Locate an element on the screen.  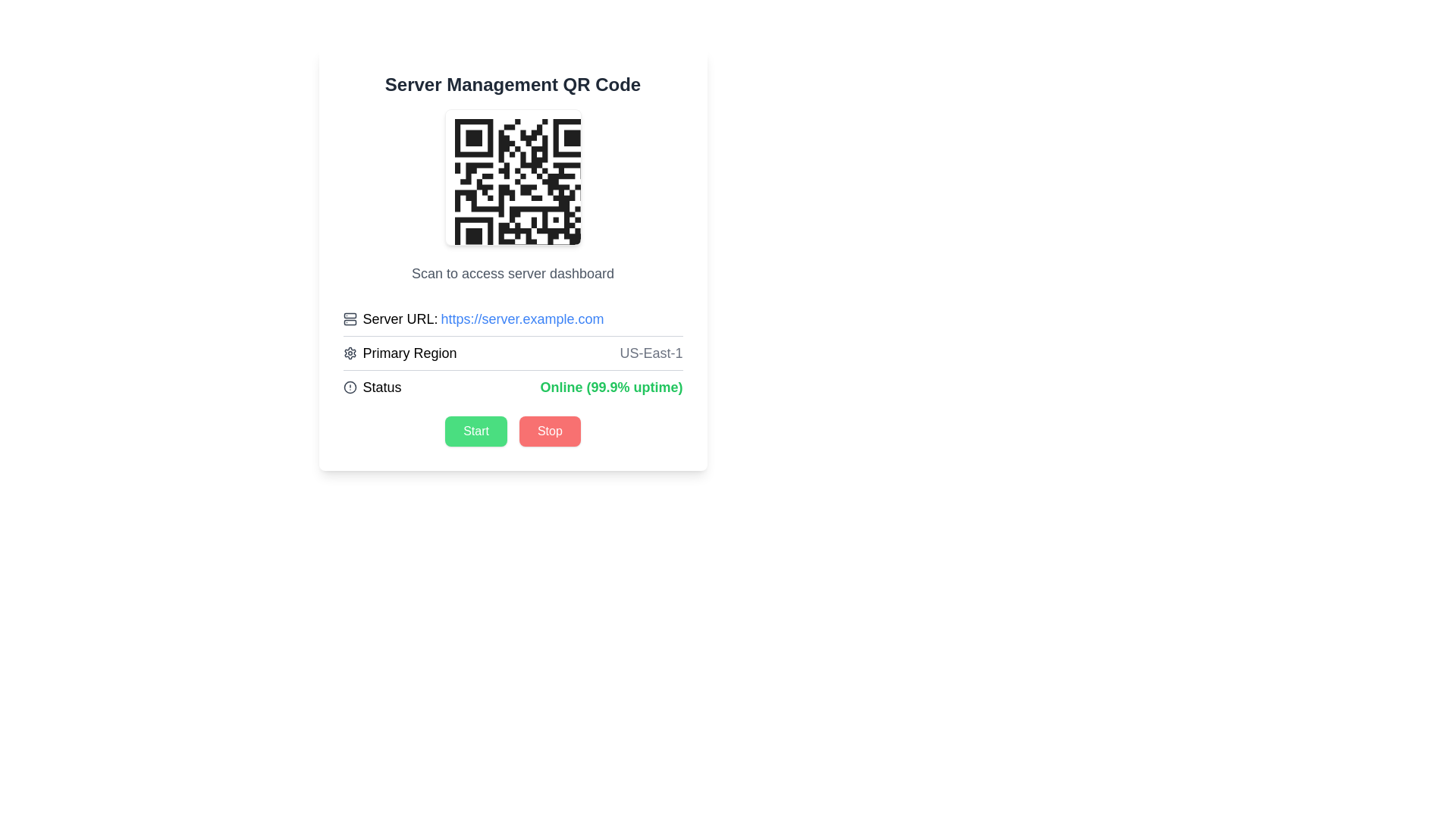
the 'Stop' button with a red background and white text to observe potential hover effects is located at coordinates (549, 431).